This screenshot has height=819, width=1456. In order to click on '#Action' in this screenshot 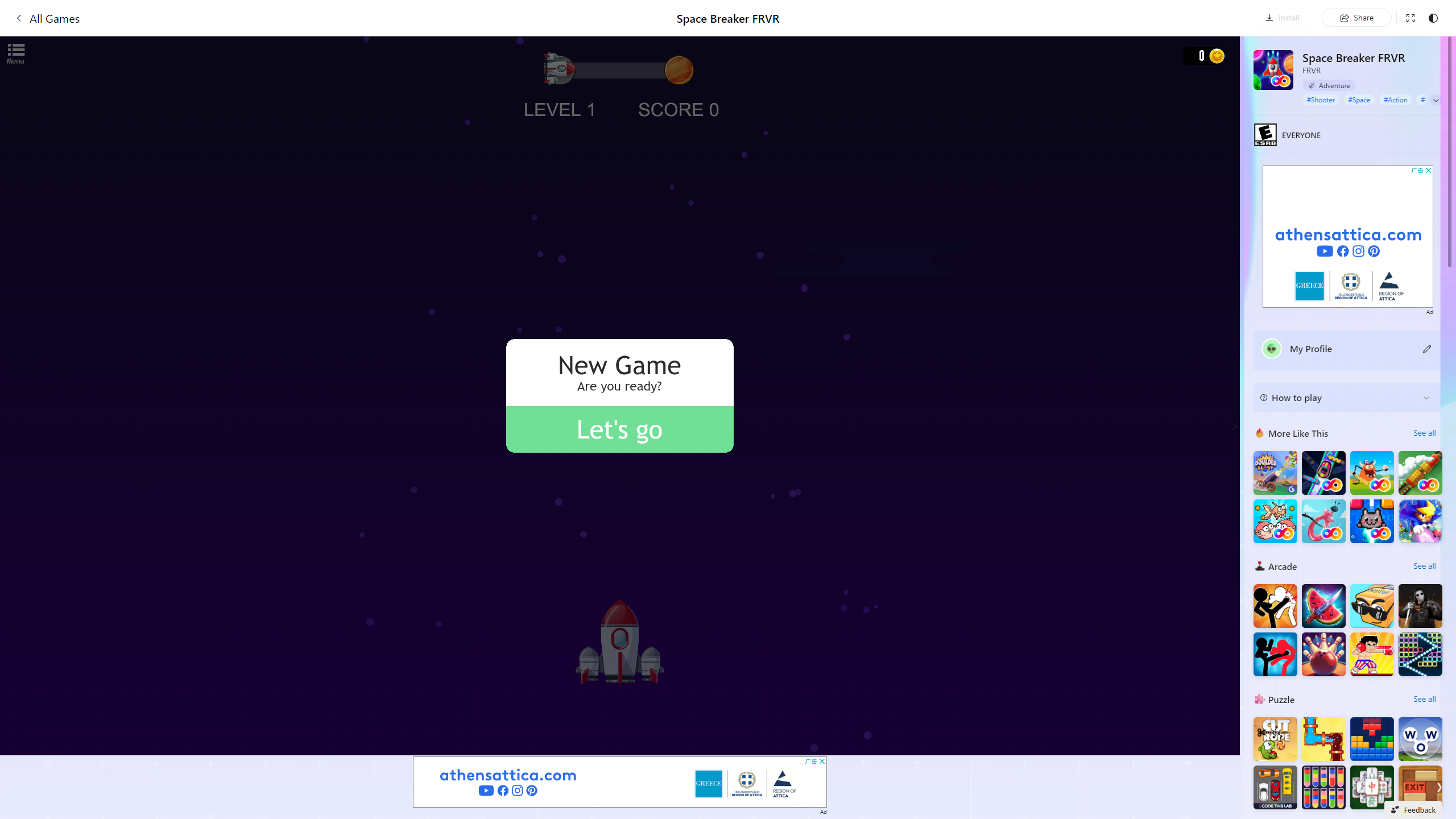, I will do `click(1395, 98)`.